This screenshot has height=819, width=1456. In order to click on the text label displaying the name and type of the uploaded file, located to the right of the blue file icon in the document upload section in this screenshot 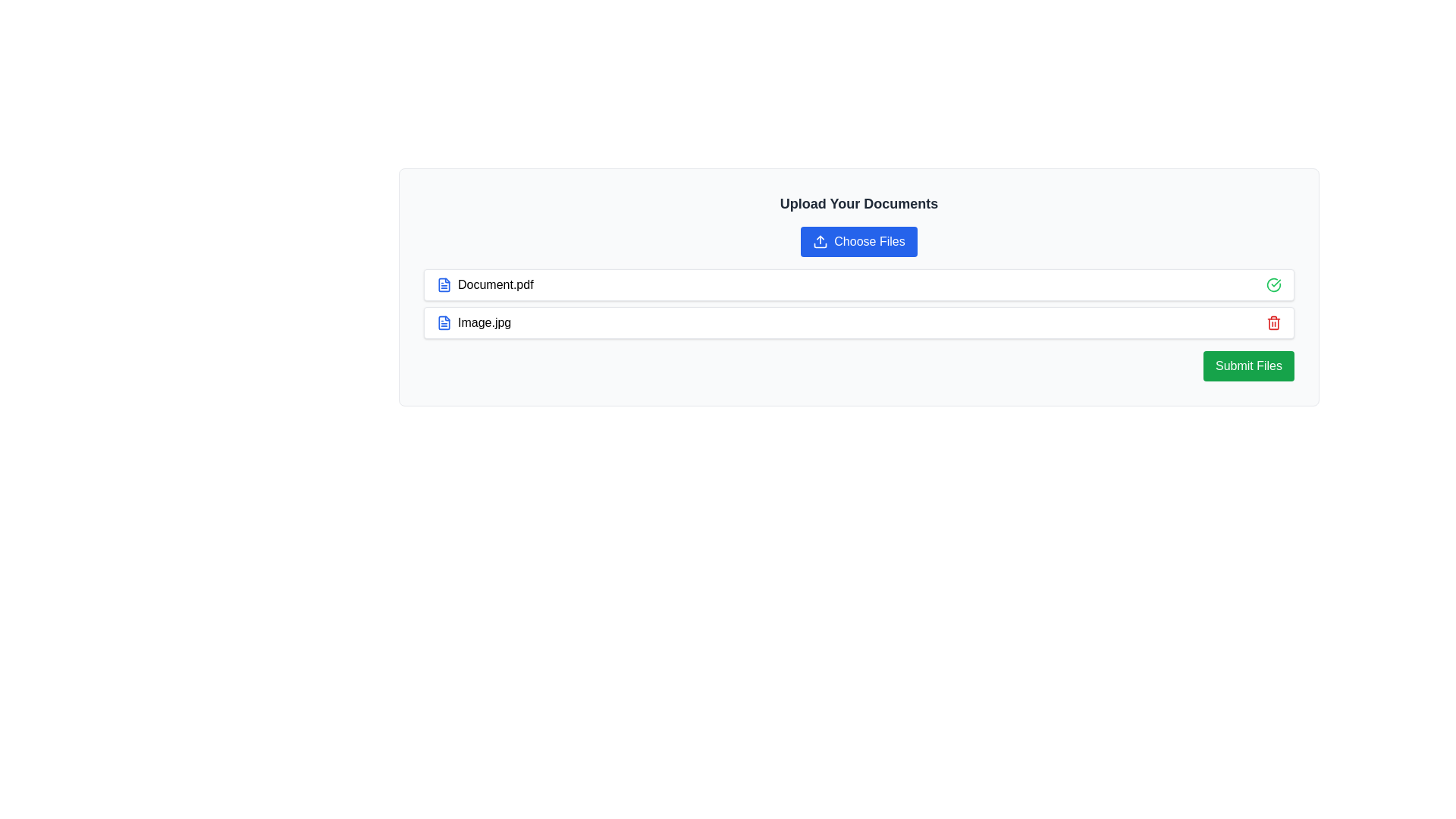, I will do `click(472, 322)`.